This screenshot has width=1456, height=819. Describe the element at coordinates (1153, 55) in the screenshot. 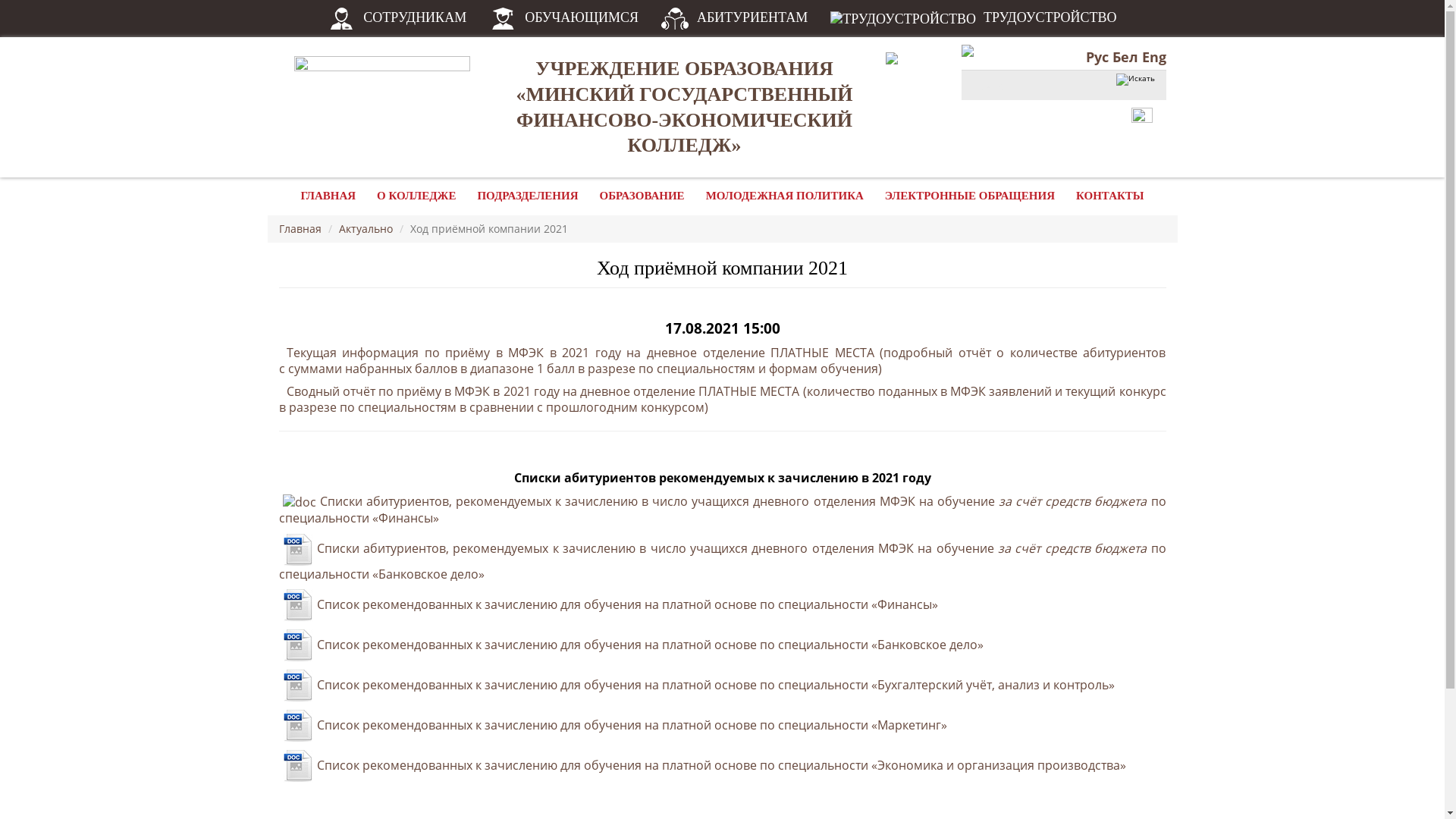

I see `'Eng'` at that location.